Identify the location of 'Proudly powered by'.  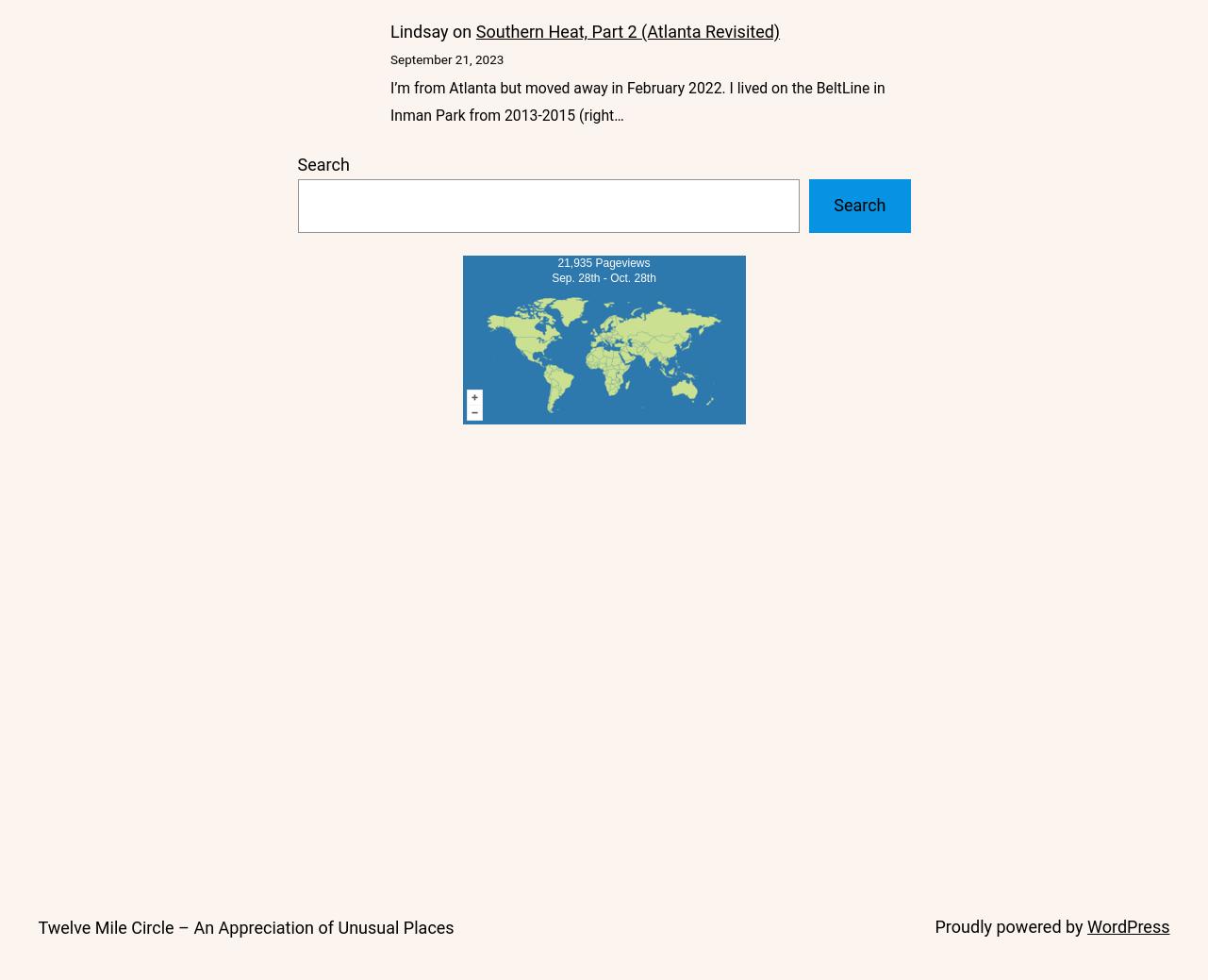
(1009, 925).